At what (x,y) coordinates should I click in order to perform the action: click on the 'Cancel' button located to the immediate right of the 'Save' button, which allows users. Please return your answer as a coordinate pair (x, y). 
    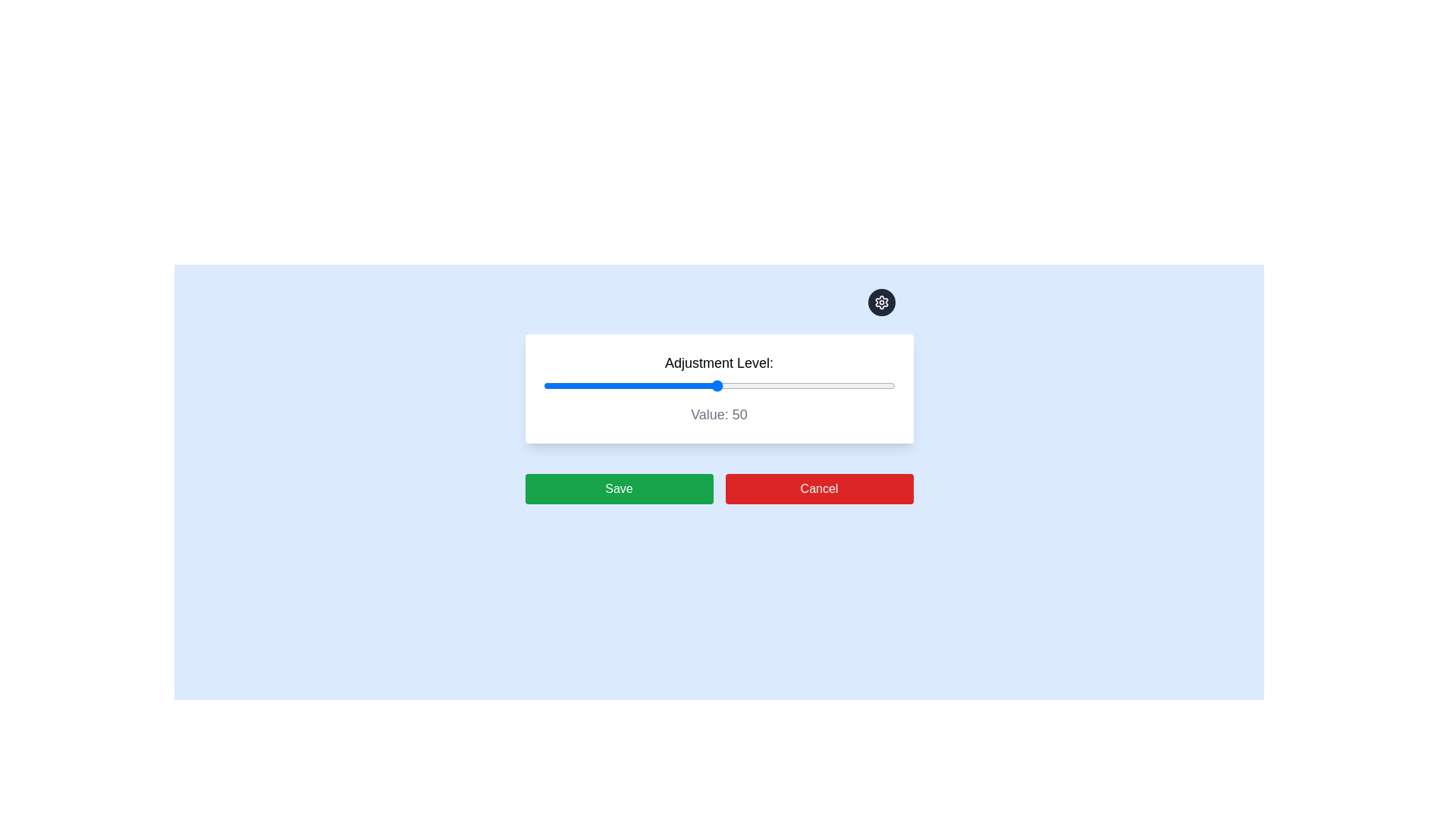
    Looking at the image, I should click on (818, 488).